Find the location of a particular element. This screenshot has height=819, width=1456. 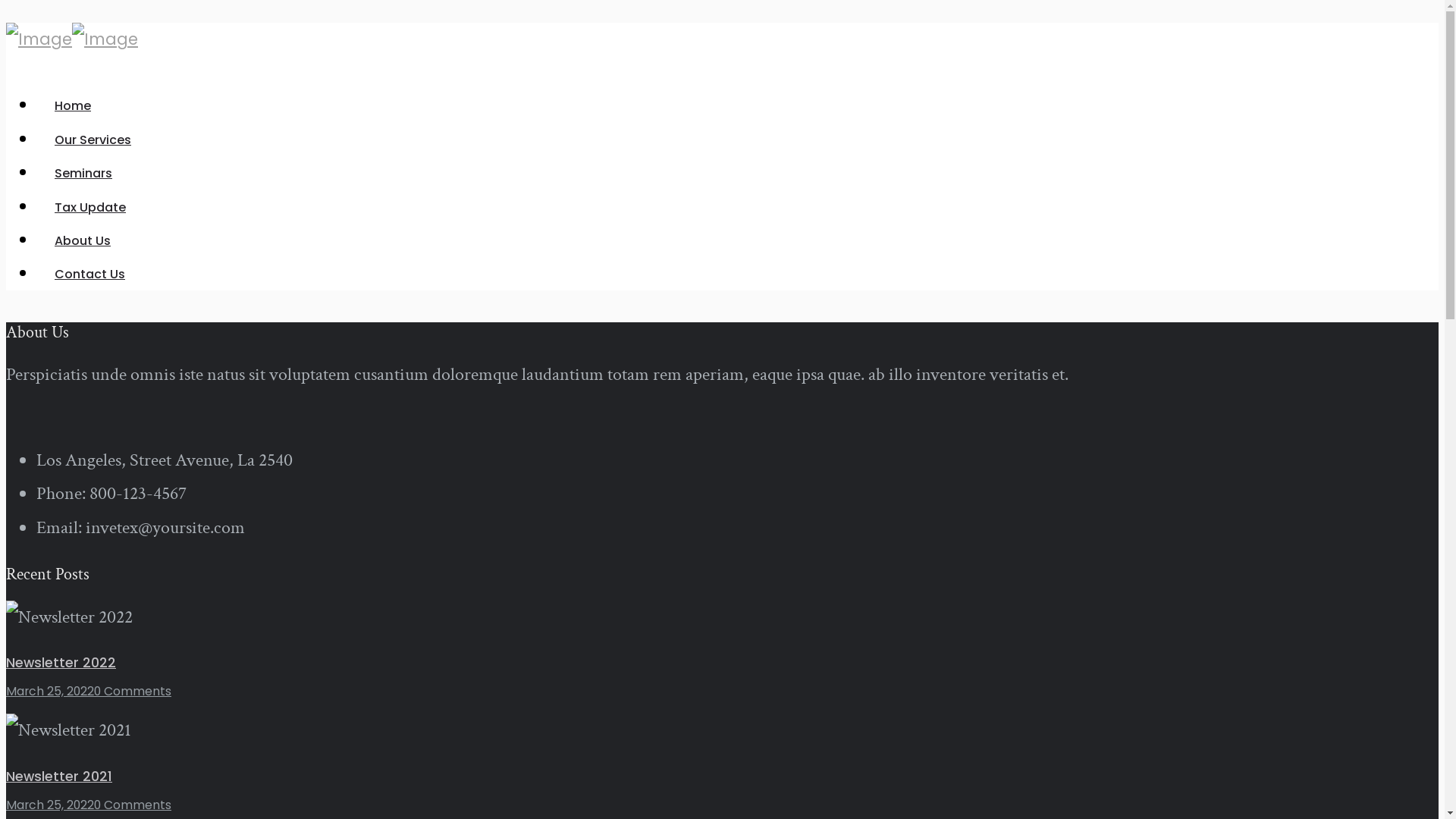

'Seminars' is located at coordinates (83, 172).